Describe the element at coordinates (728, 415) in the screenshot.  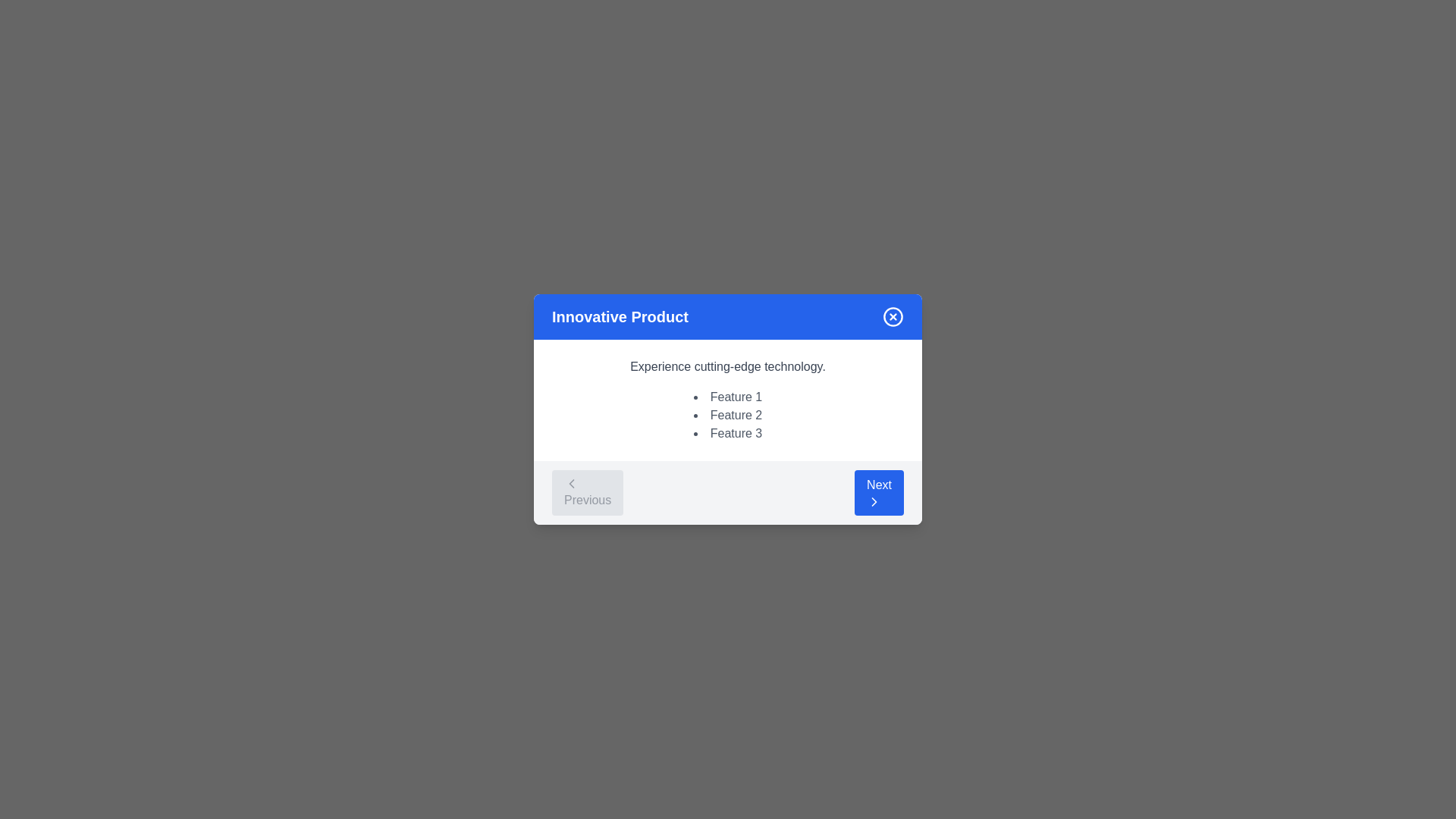
I see `the bulleted list containing 'Feature 1', 'Feature 2', and 'Feature 3', which is located below the heading 'Experience cutting-edge technology.' in the middle section of the card-like dialog box` at that location.